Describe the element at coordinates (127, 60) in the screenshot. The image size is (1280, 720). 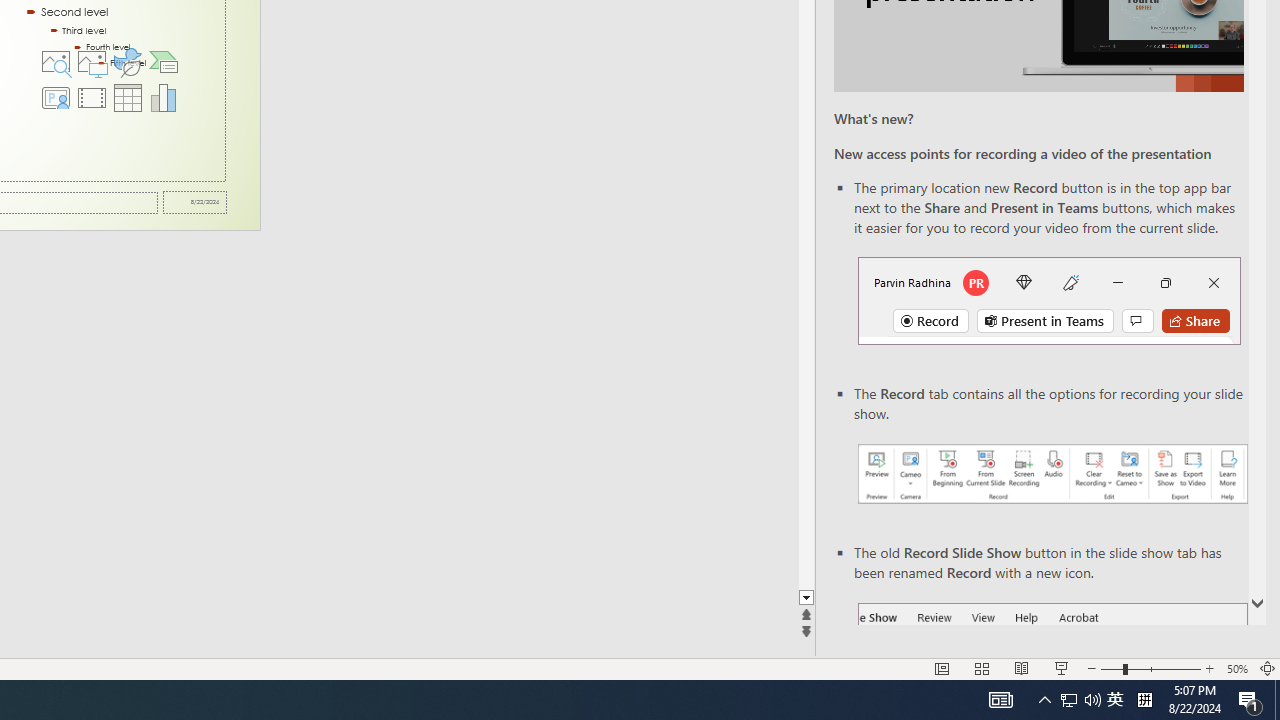
I see `'Insert an Icon'` at that location.